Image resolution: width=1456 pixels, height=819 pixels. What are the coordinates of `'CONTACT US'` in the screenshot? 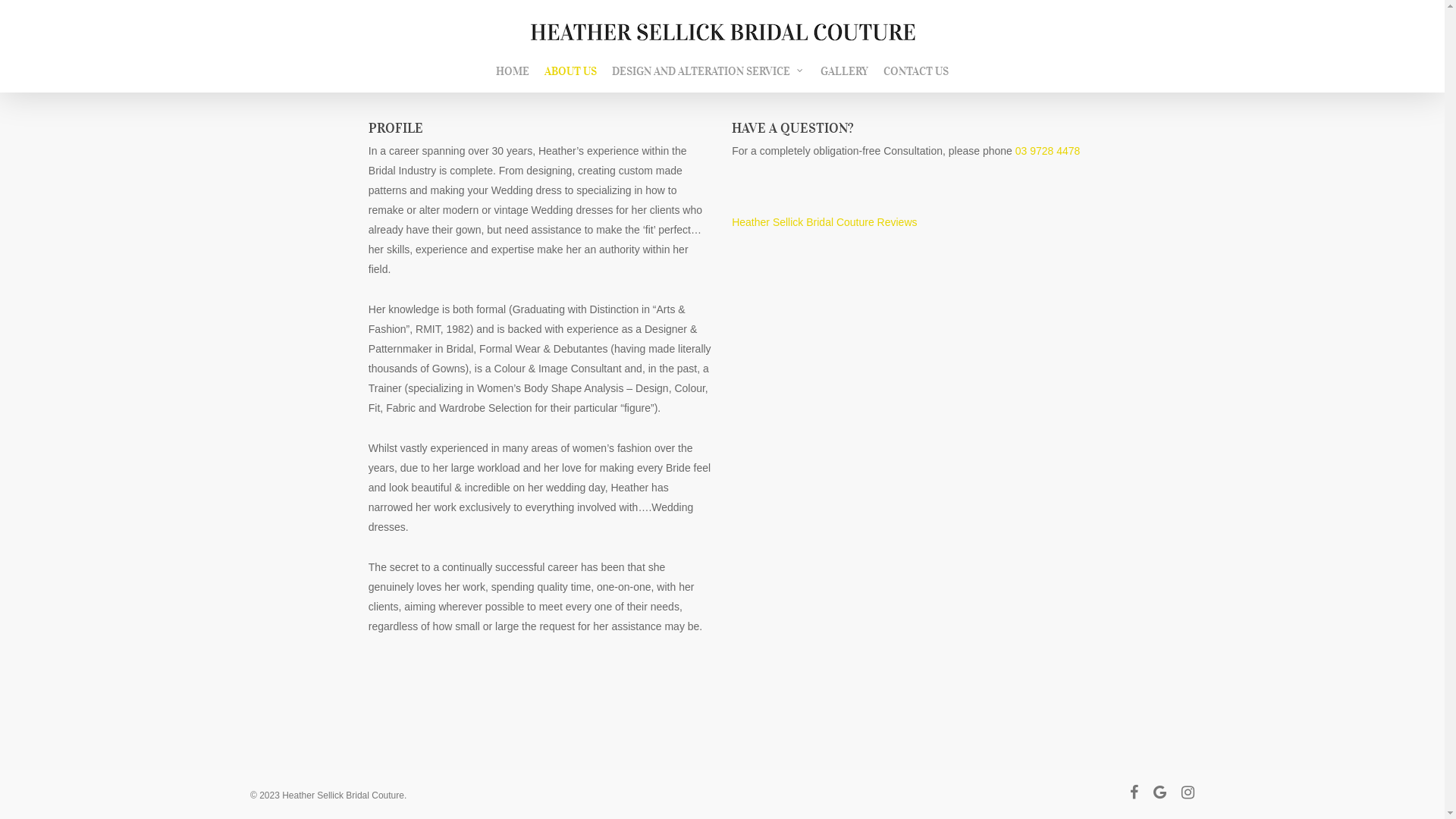 It's located at (876, 79).